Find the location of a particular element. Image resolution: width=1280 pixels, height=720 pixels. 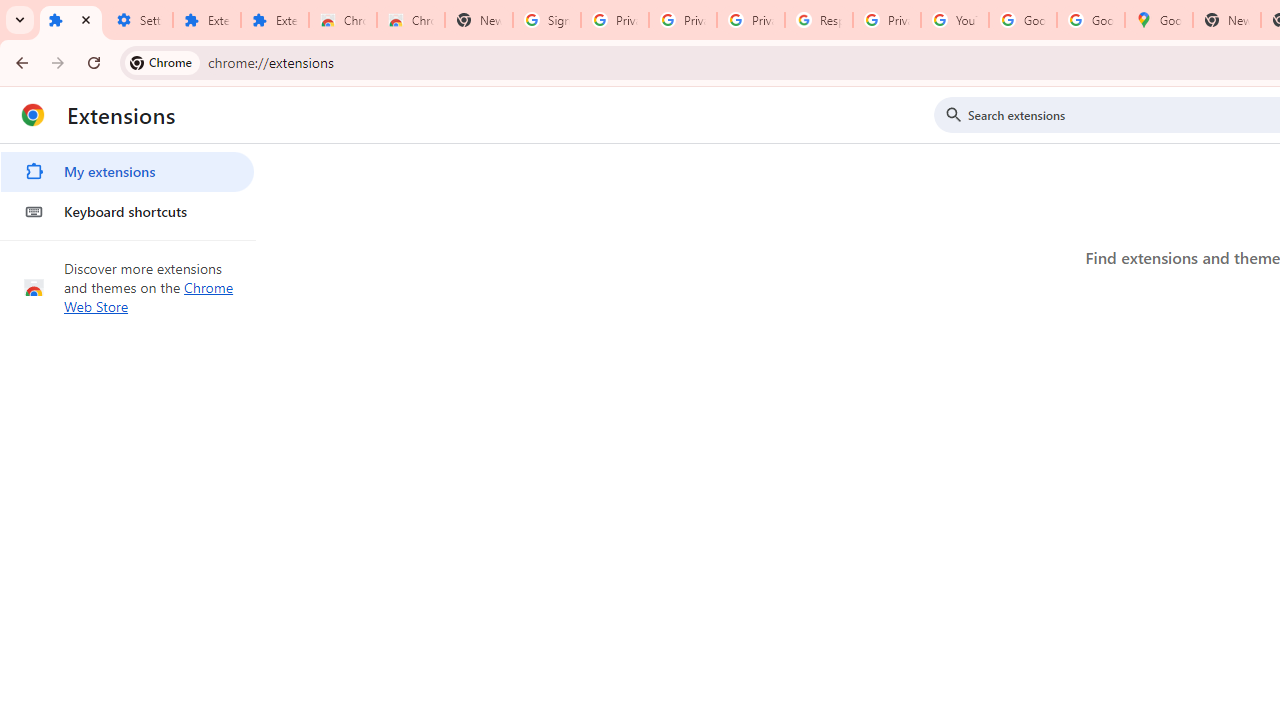

'Chrome Web Store - Themes' is located at coordinates (410, 20).